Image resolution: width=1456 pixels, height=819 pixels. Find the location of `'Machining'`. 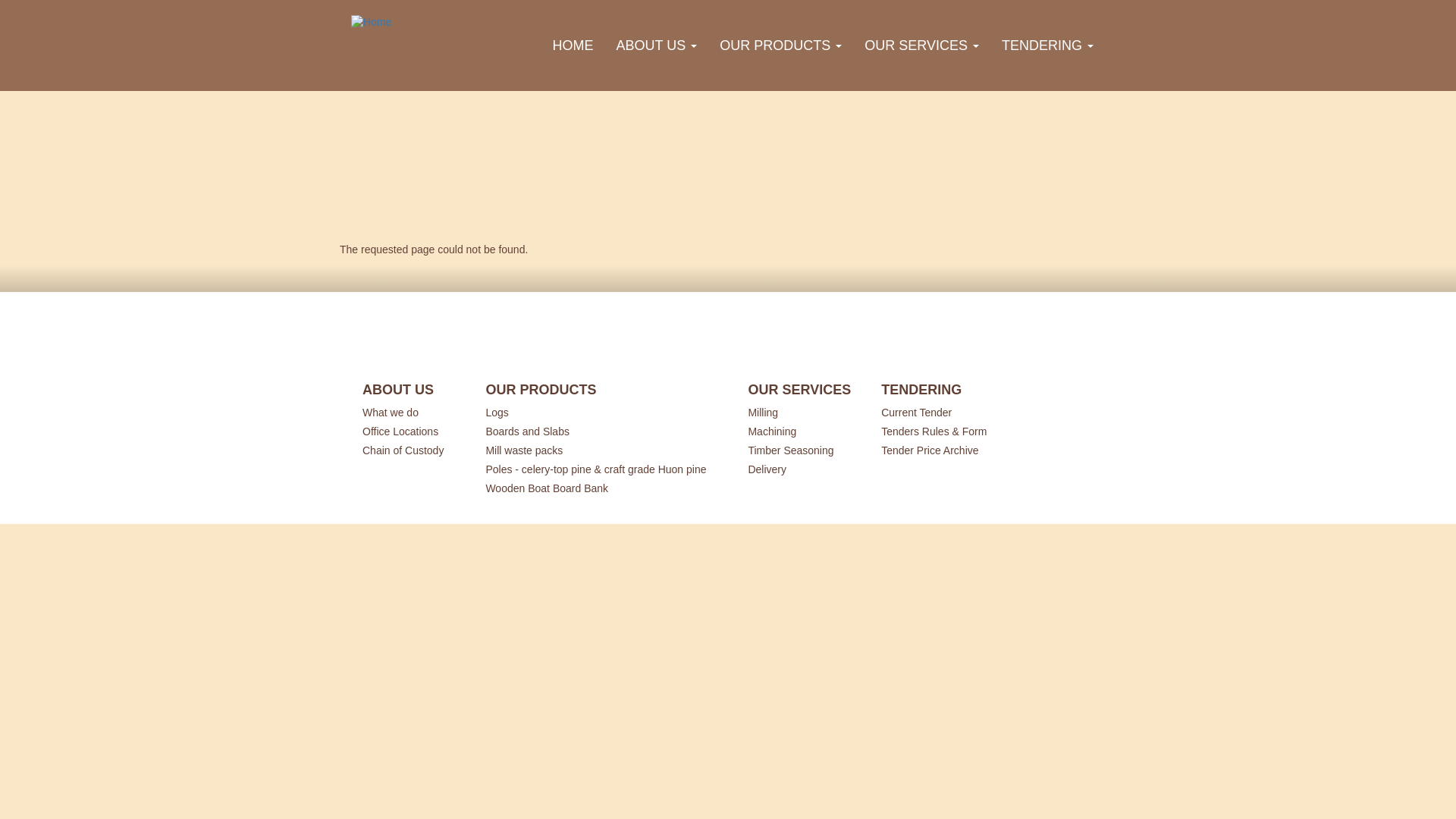

'Machining' is located at coordinates (747, 430).